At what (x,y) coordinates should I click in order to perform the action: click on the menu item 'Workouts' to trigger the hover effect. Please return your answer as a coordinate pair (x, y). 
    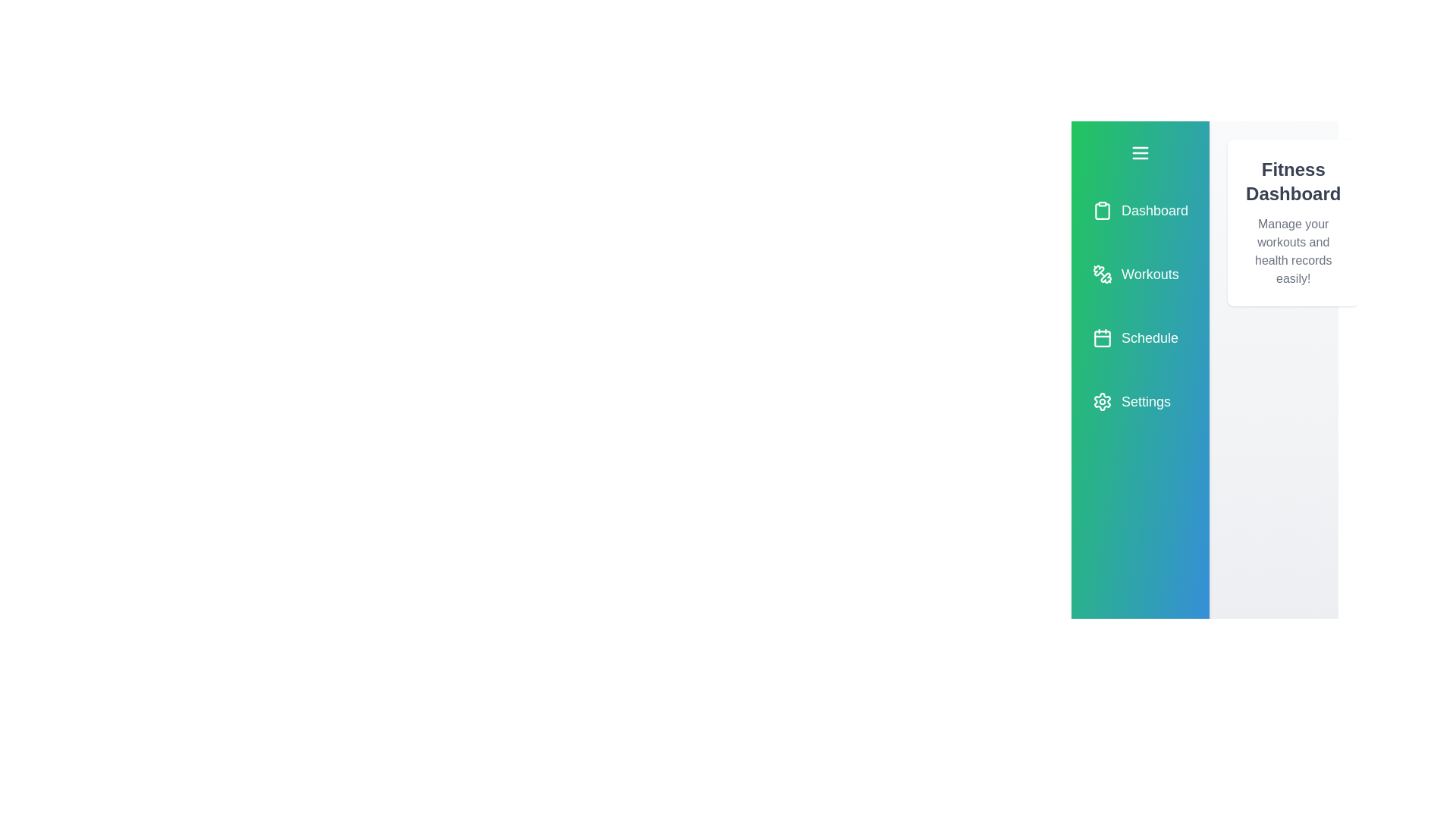
    Looking at the image, I should click on (1140, 275).